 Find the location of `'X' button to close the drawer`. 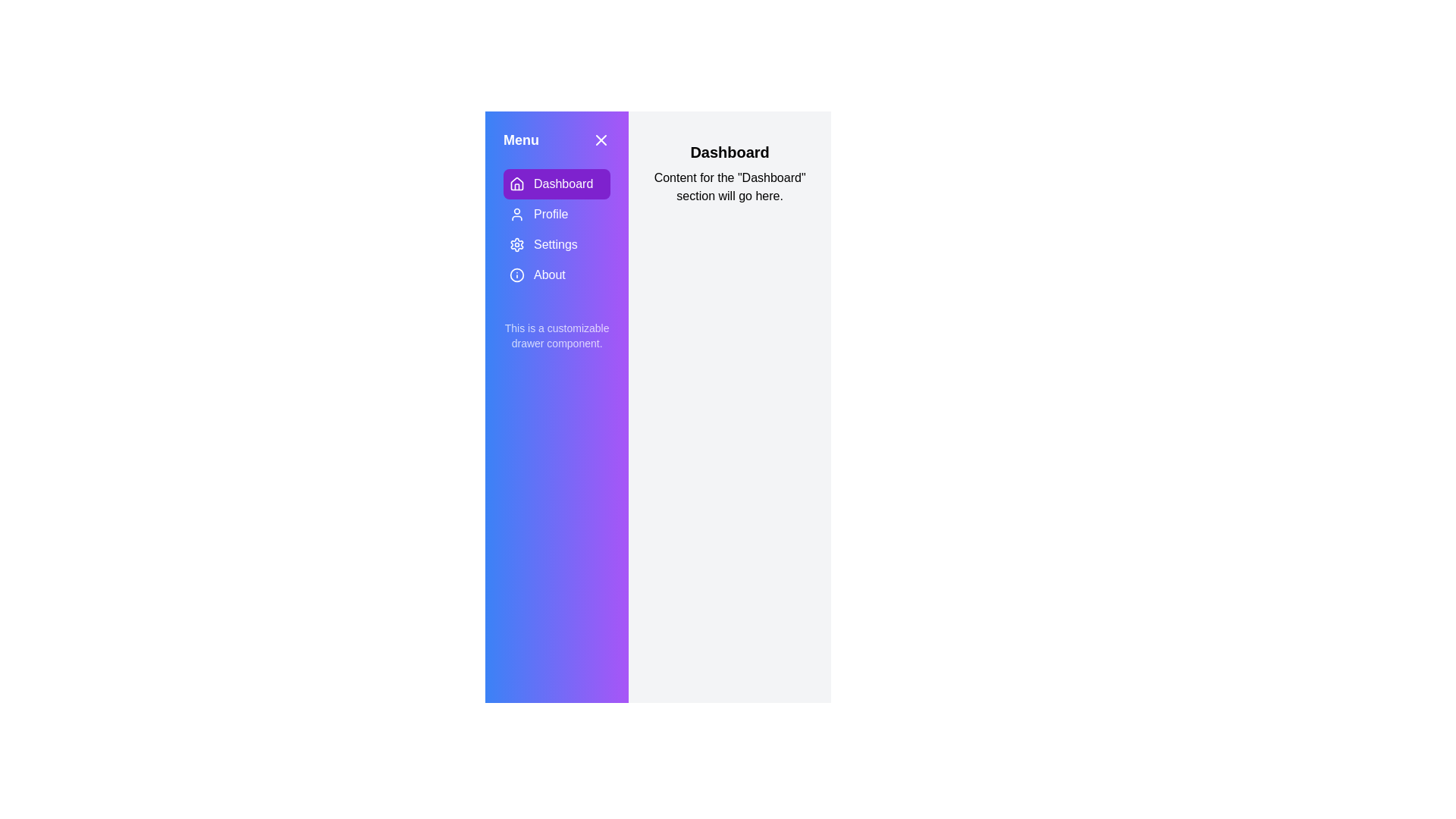

'X' button to close the drawer is located at coordinates (600, 140).